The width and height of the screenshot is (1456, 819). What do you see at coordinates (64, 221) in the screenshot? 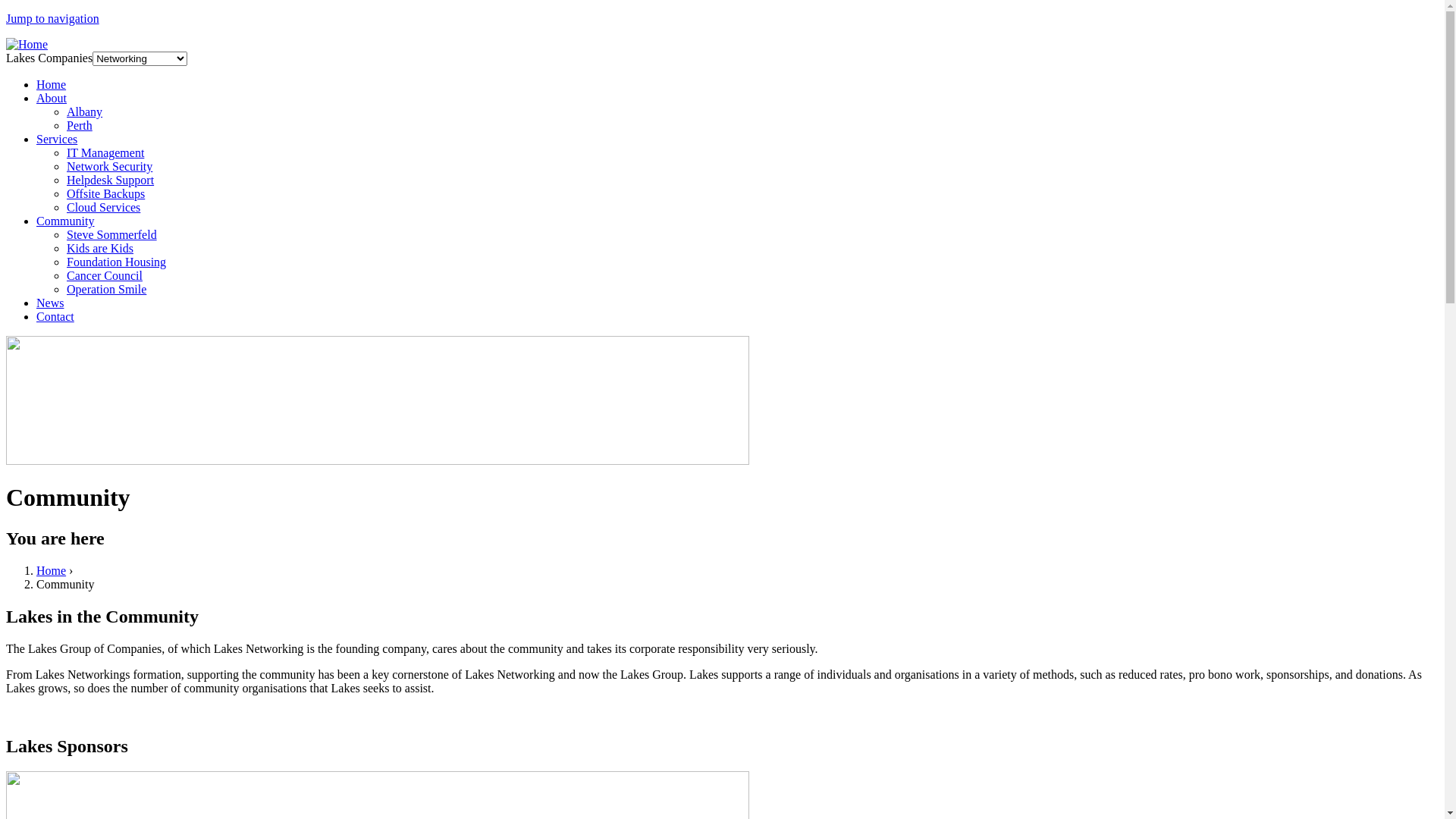
I see `'Community'` at bounding box center [64, 221].